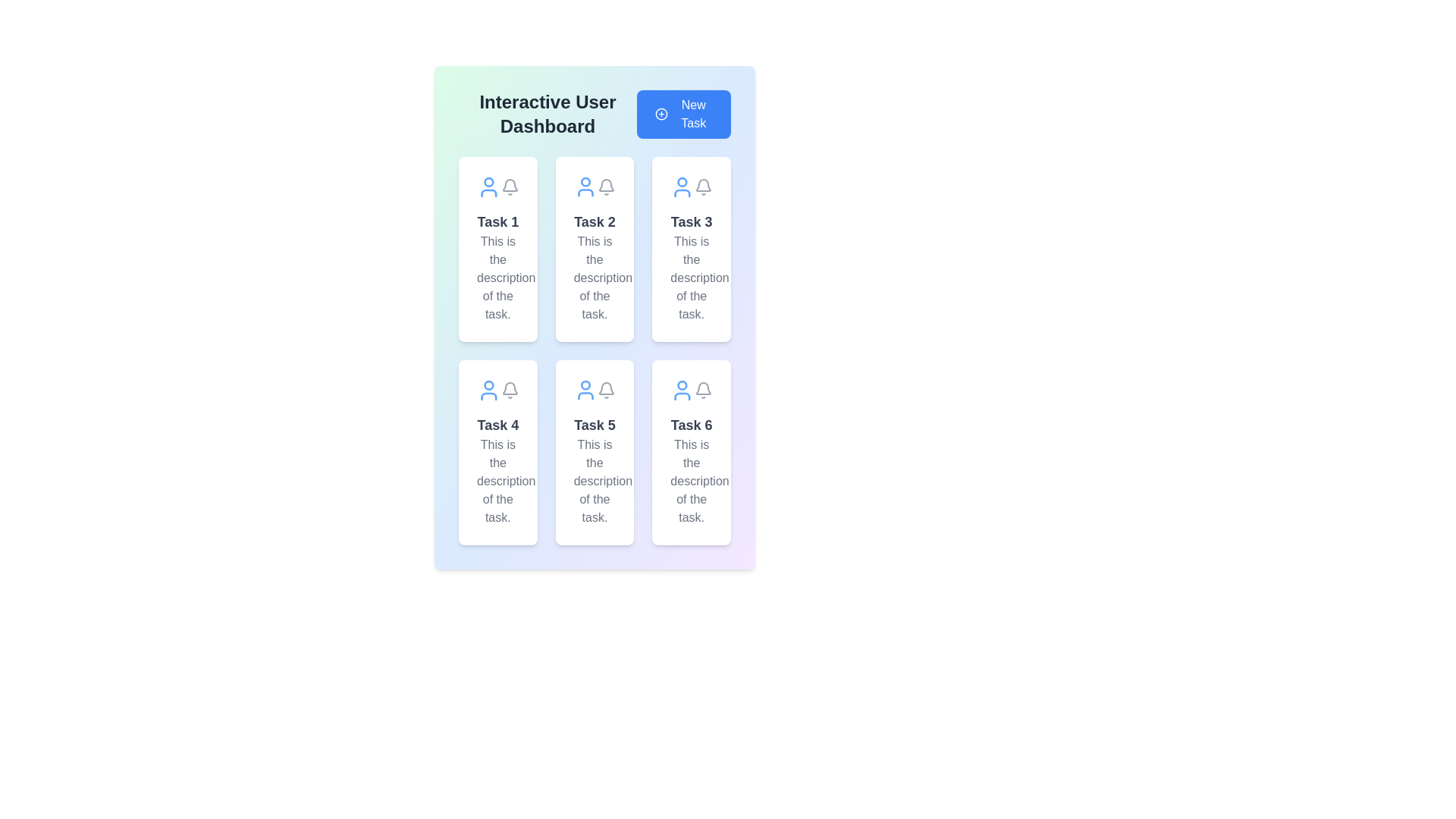  What do you see at coordinates (594, 186) in the screenshot?
I see `the Icon Group located at the top left corner of the 'Task 2' card, which provides visual representation of user-related and notification information` at bounding box center [594, 186].